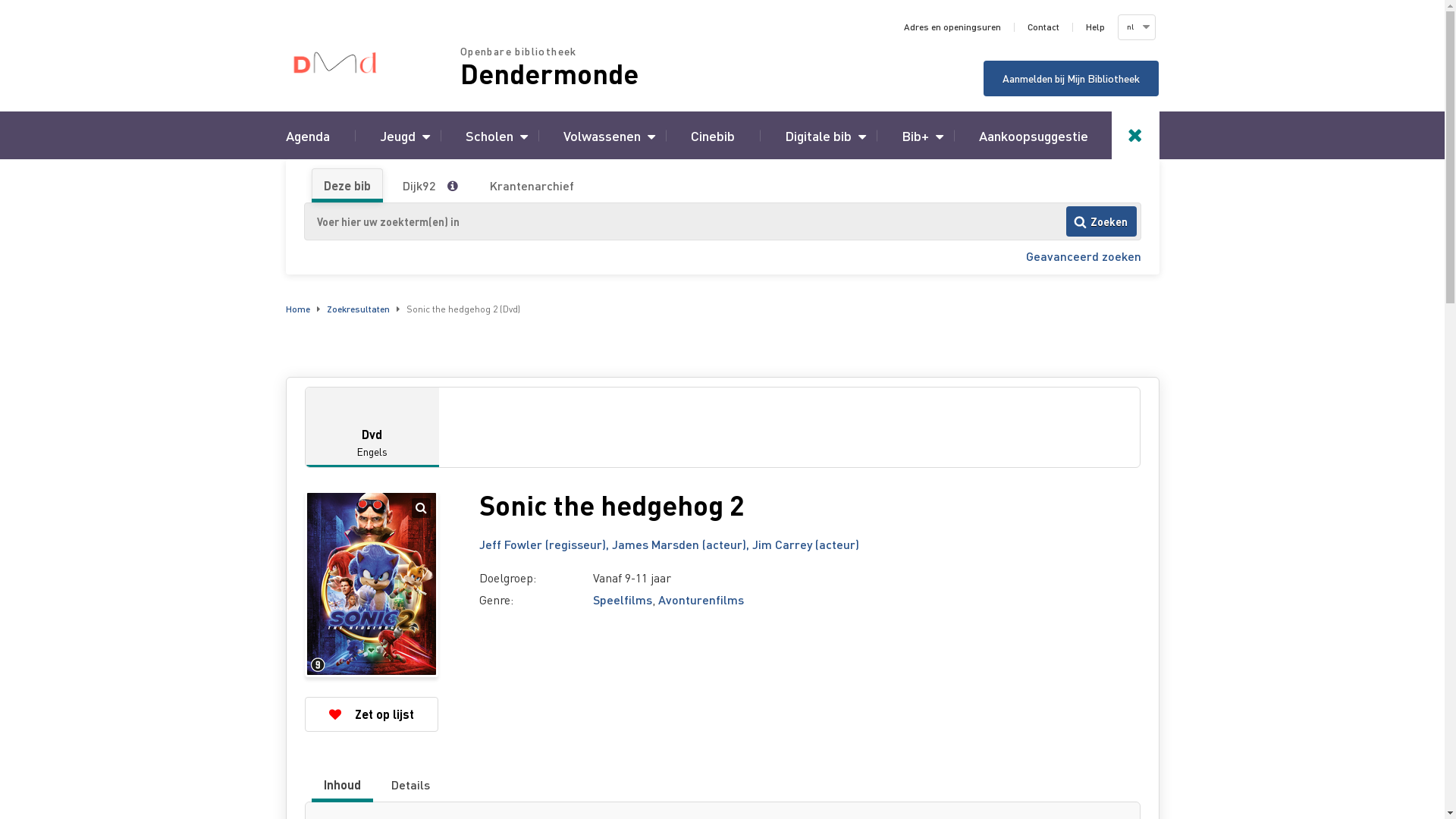  I want to click on 'Zoekresultaten', so click(356, 308).